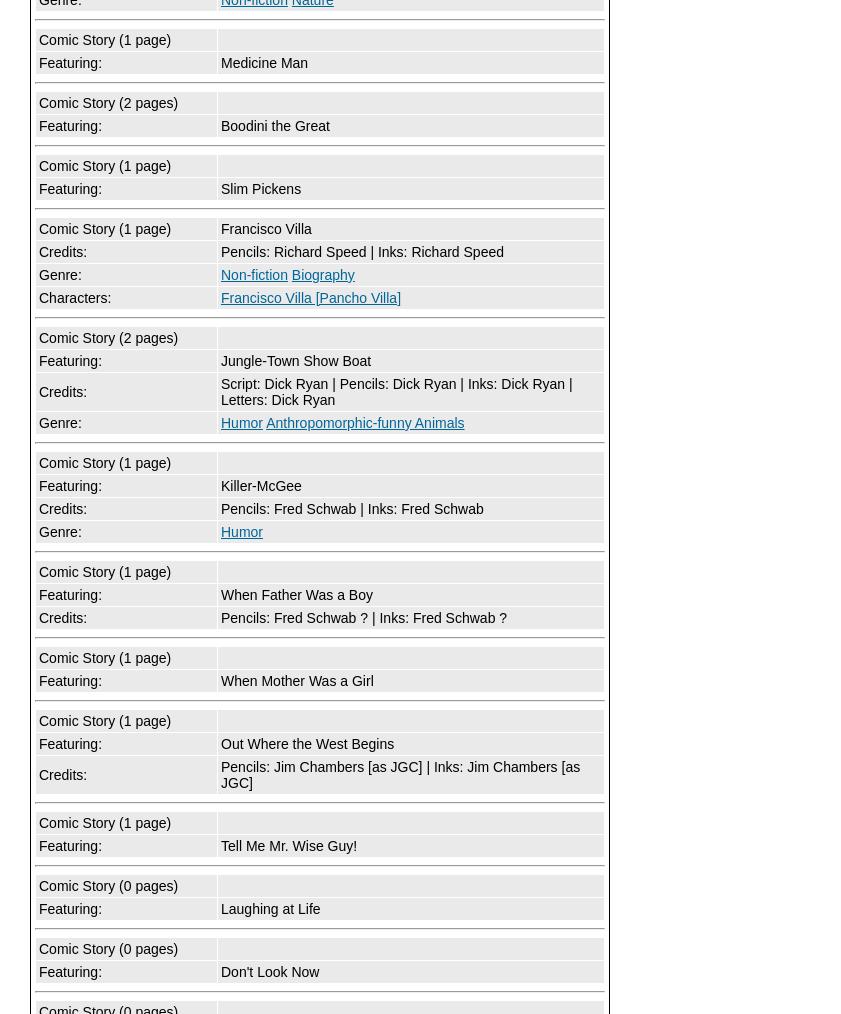  I want to click on 'Biography', so click(321, 274).